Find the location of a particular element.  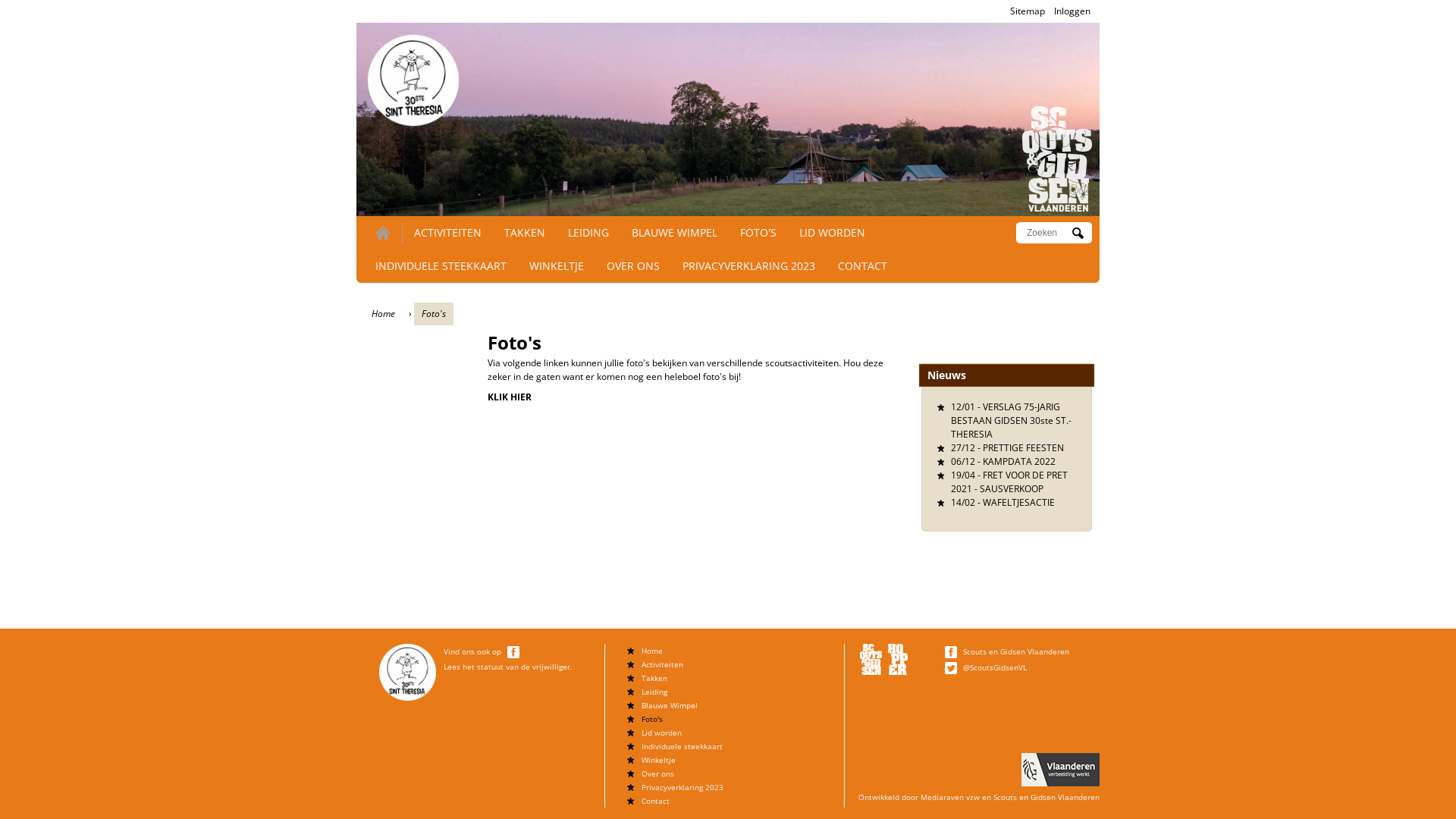

'Inloggen' is located at coordinates (1072, 11).